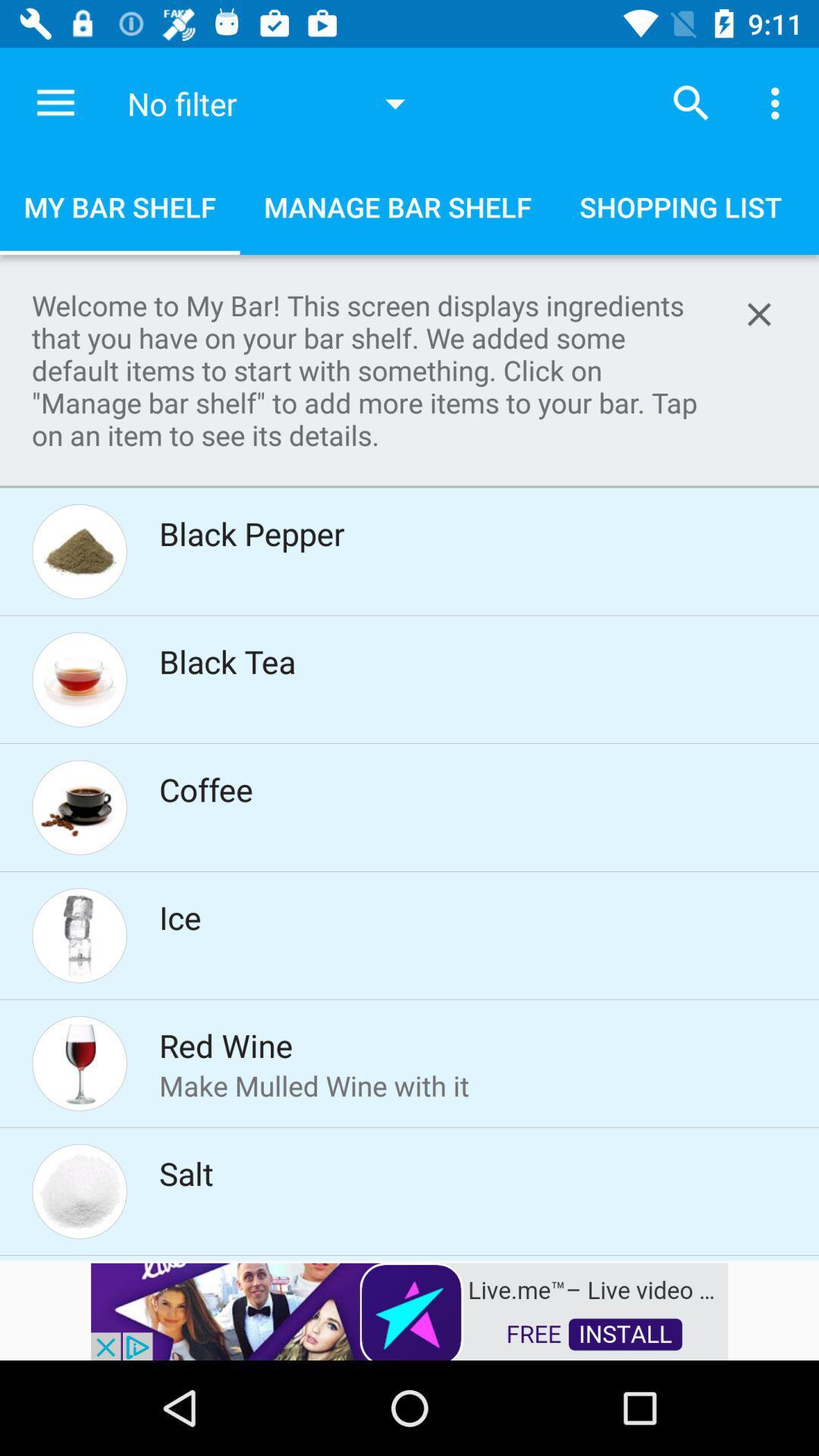  What do you see at coordinates (79, 807) in the screenshot?
I see `tap on the image that has the text coffee next to it` at bounding box center [79, 807].